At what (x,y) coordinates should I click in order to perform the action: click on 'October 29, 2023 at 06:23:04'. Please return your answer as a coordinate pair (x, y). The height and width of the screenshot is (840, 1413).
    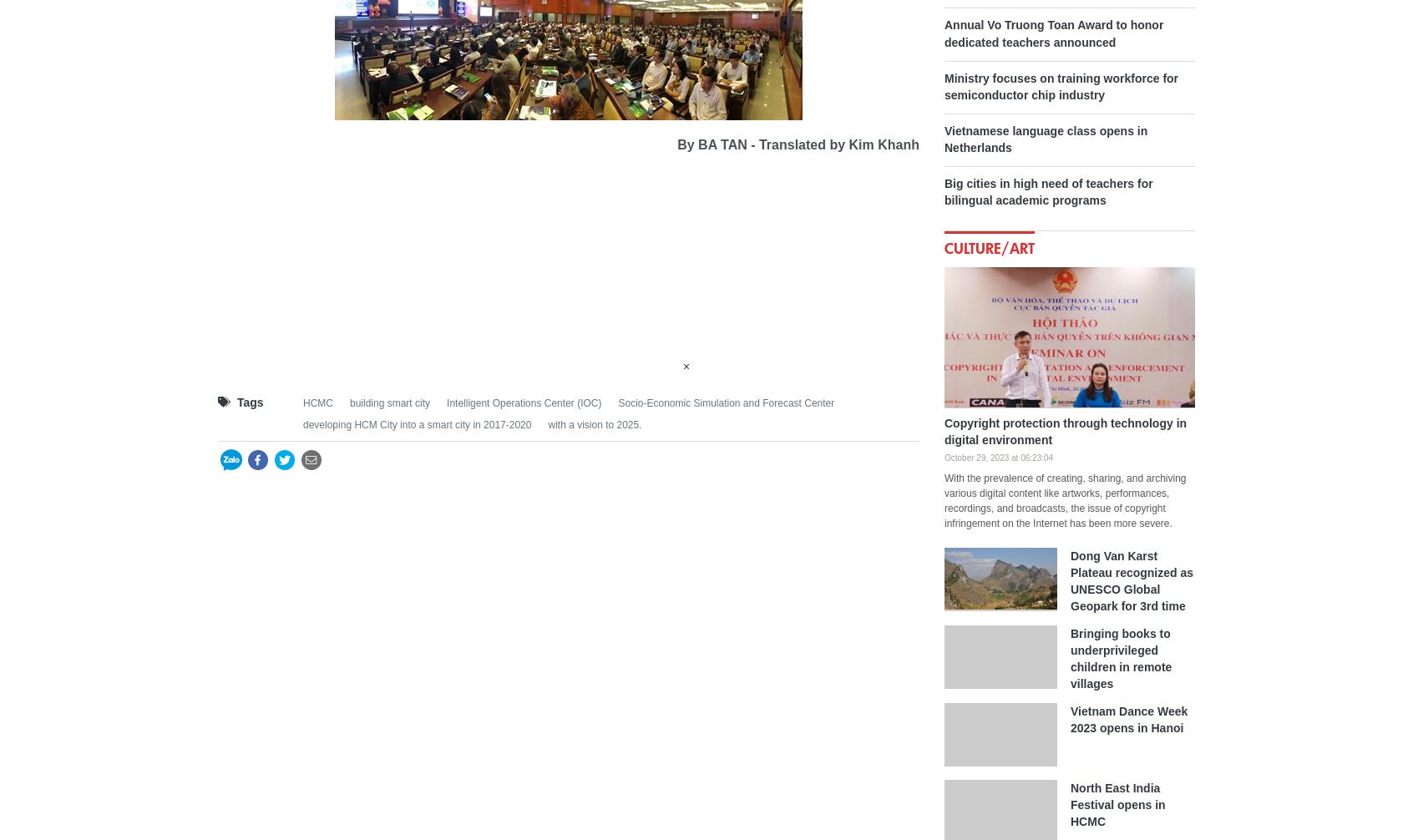
    Looking at the image, I should click on (998, 457).